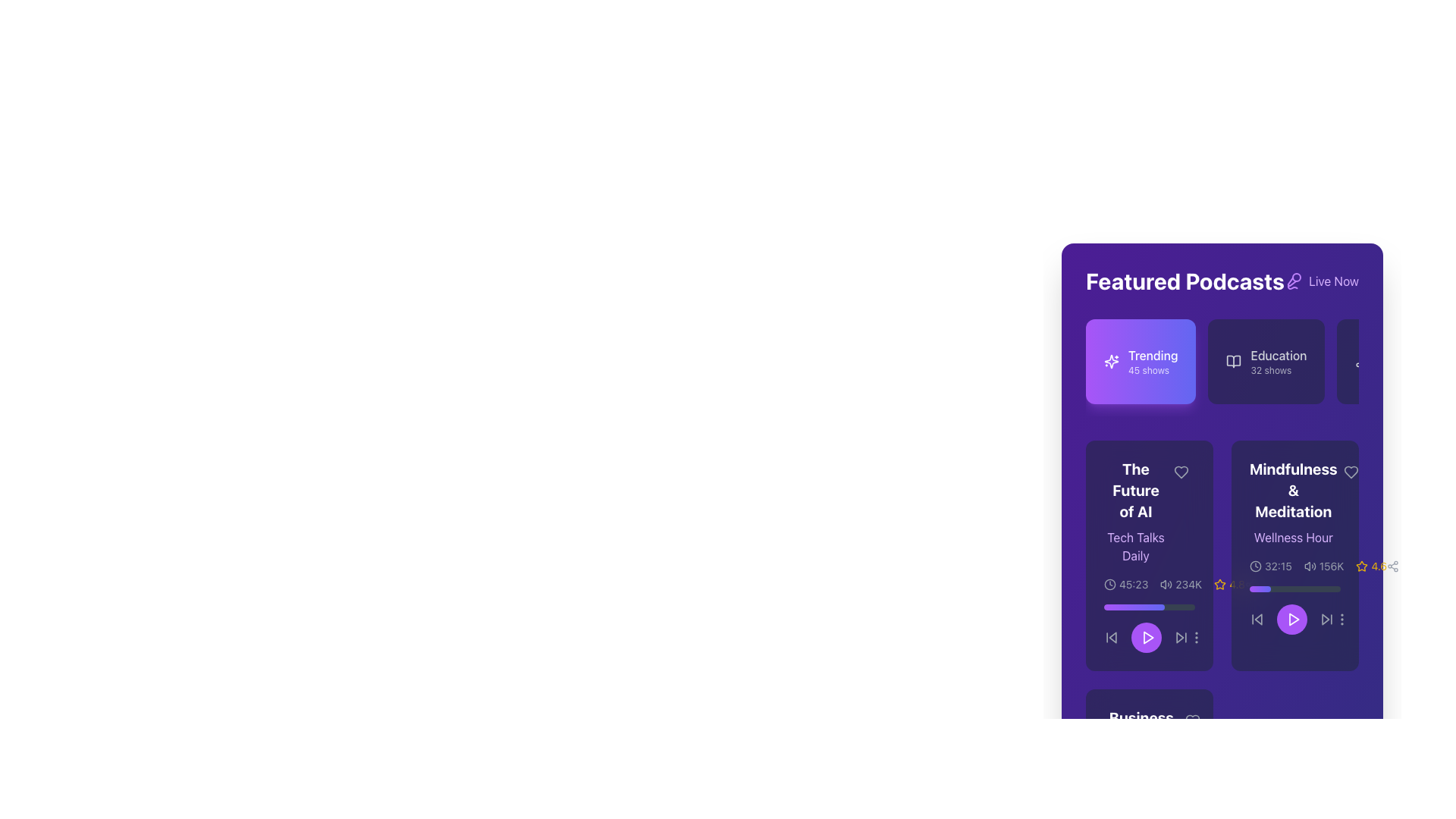 This screenshot has width=1456, height=819. What do you see at coordinates (1309, 566) in the screenshot?
I see `the volume icon with two sound wave arcs located within the 'Mindfulness & Meditation' podcast card, positioned to the right of the time indicator (32:15) and left of the text '156K.'` at bounding box center [1309, 566].